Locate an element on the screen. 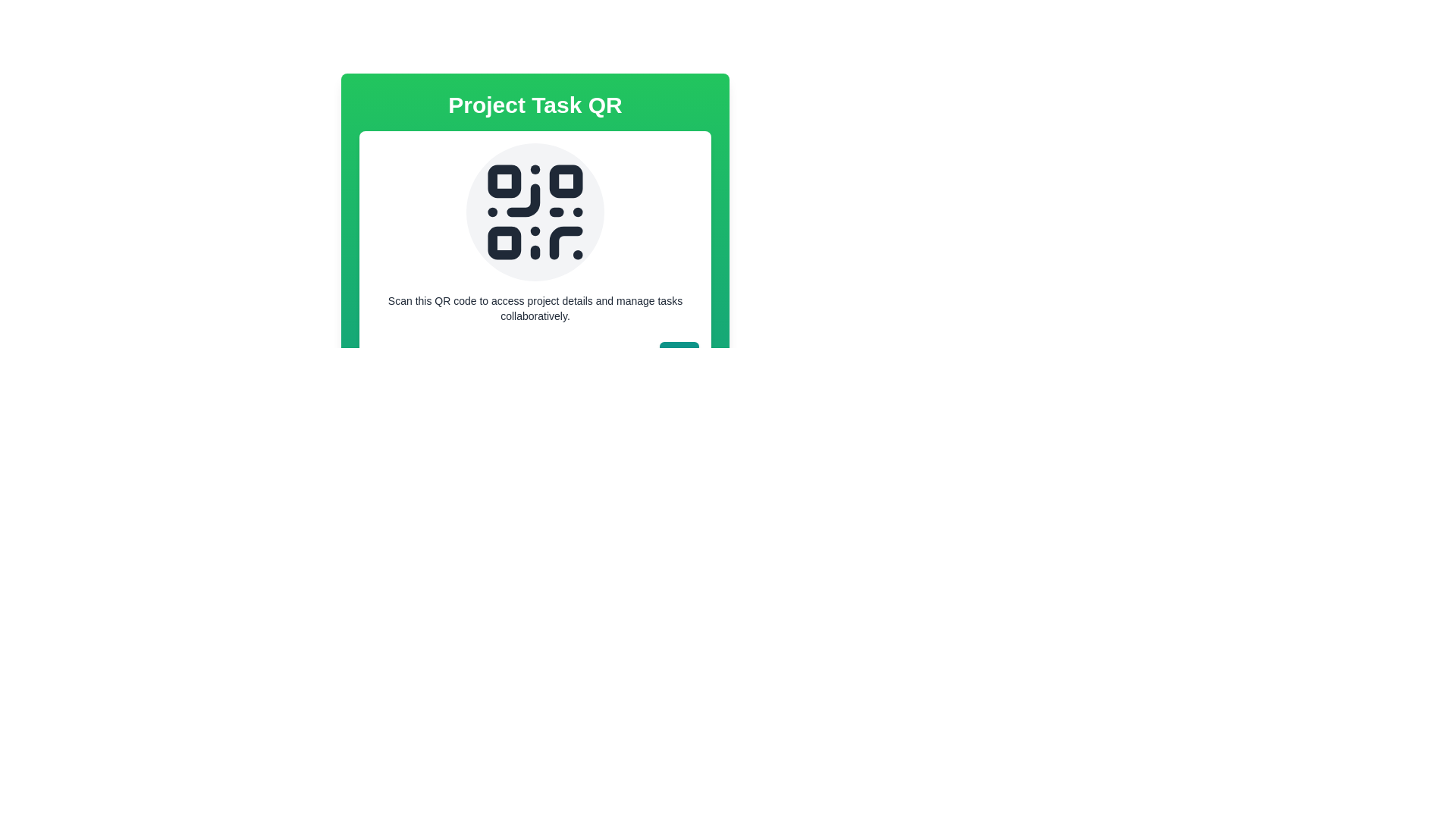 Image resolution: width=1456 pixels, height=819 pixels. the title text at the top of the card component, which serves as a clear label for its purpose is located at coordinates (535, 104).